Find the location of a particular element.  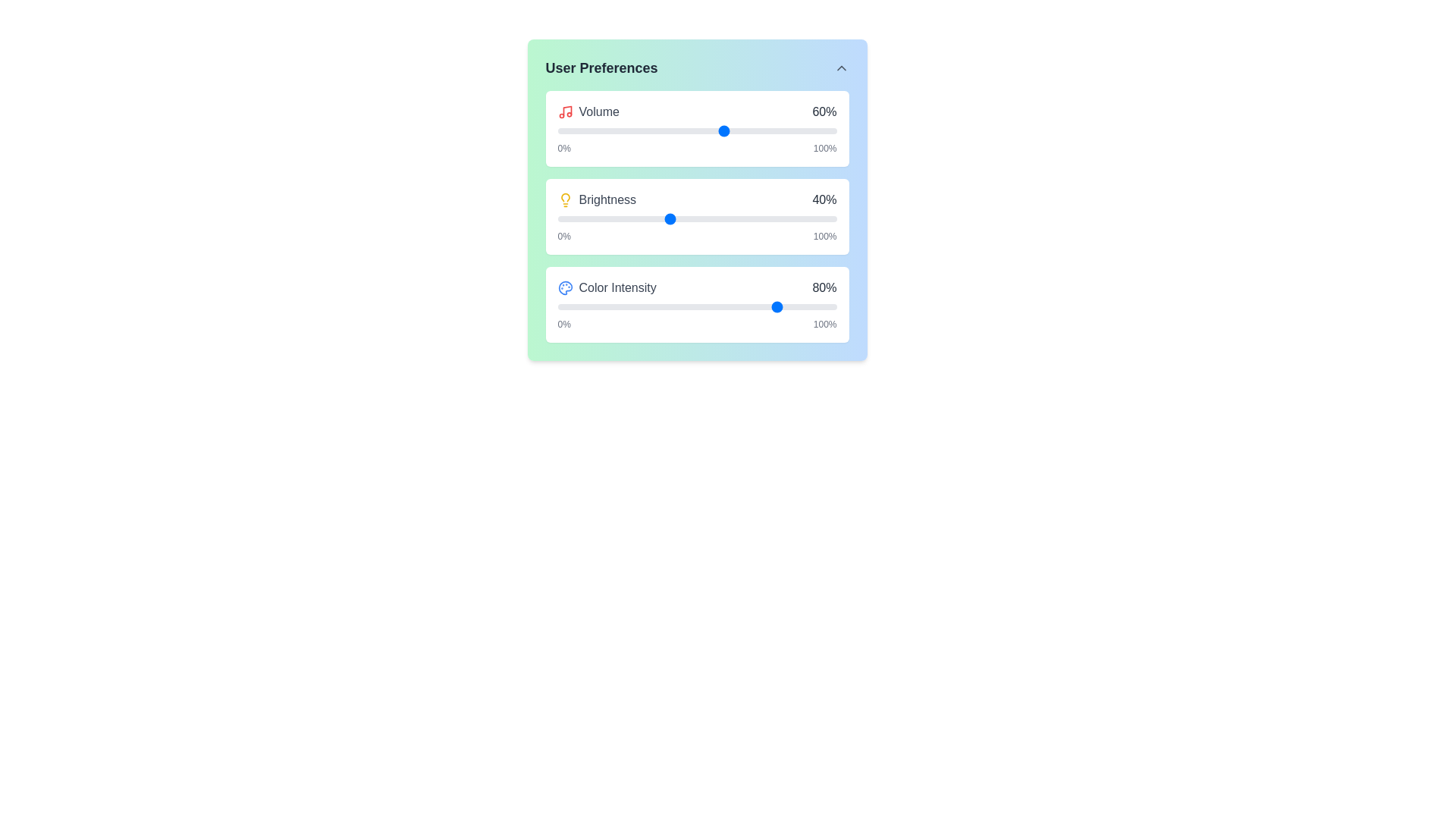

the volume is located at coordinates (814, 130).